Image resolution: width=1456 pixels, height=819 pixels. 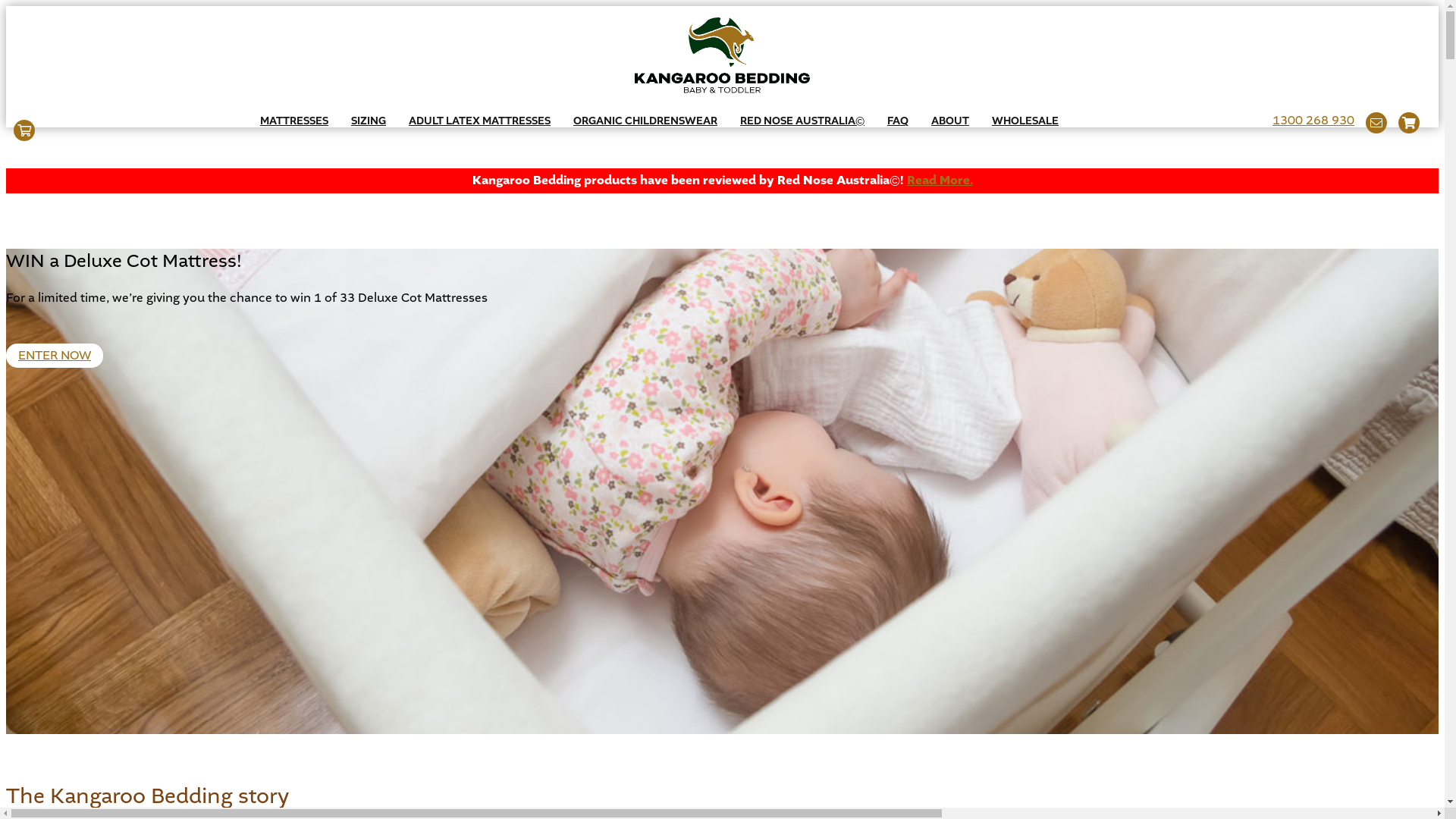 What do you see at coordinates (949, 120) in the screenshot?
I see `'ABOUT'` at bounding box center [949, 120].